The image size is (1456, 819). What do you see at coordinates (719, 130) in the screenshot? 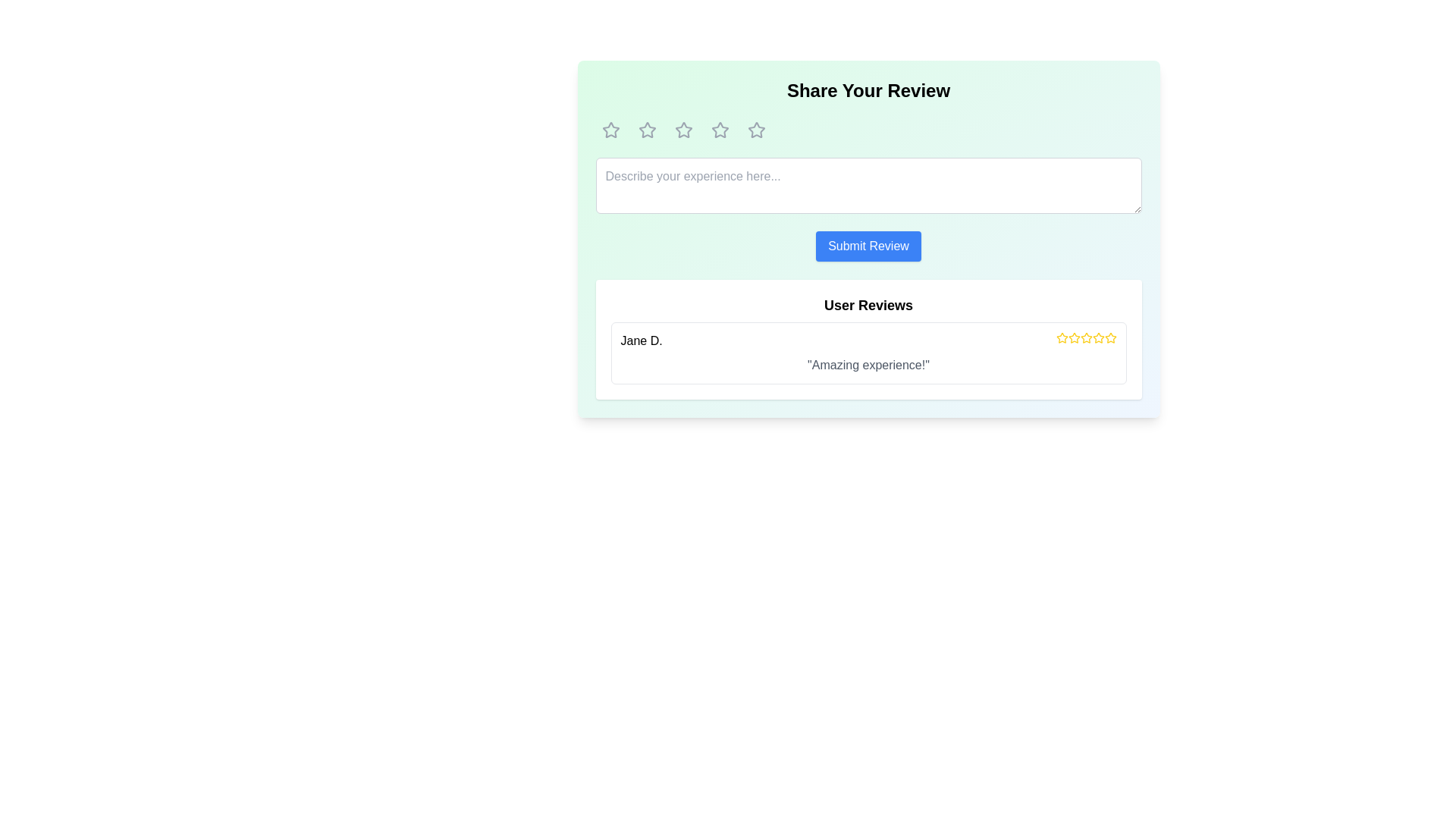
I see `the fourth star icon in a row of five stars, which is outlined and has a rounded, highlighted border, located near the top of the modal dialog box` at bounding box center [719, 130].